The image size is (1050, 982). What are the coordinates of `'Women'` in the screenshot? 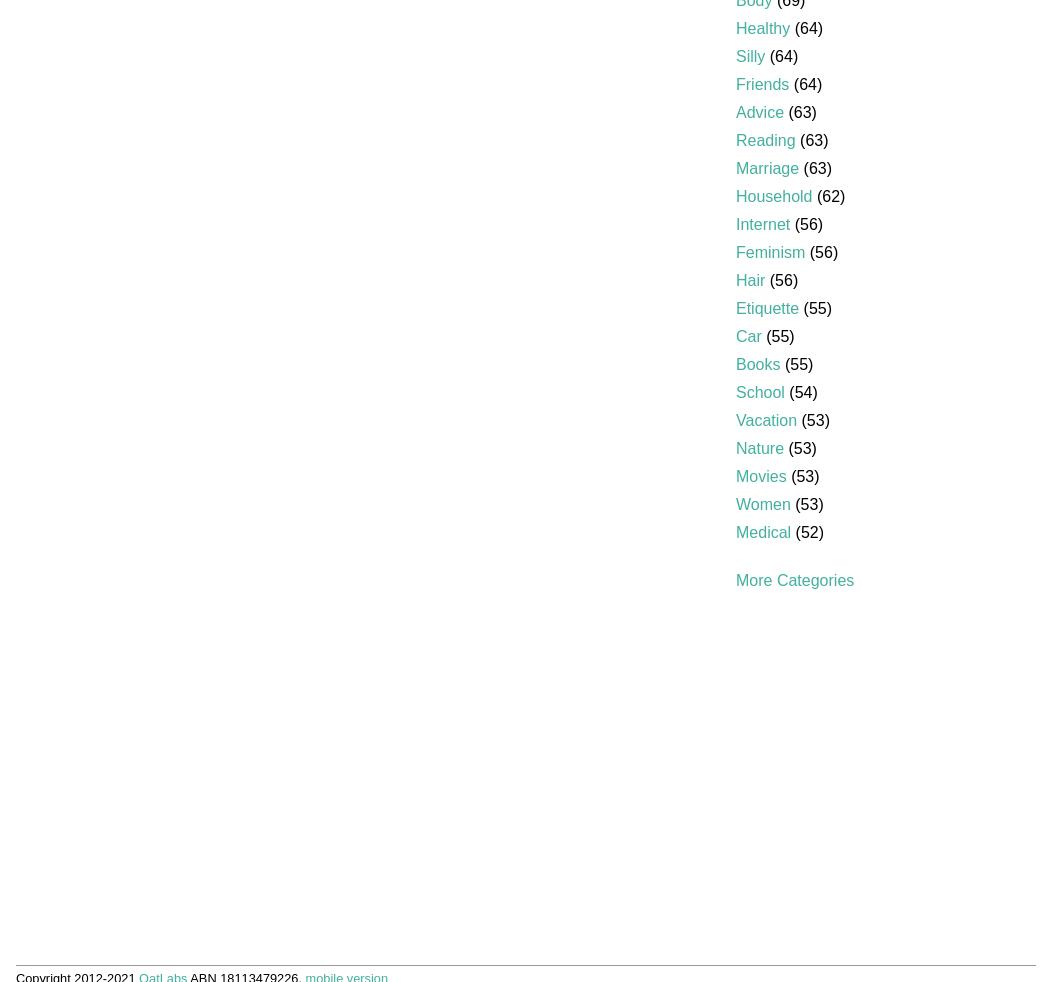 It's located at (735, 503).